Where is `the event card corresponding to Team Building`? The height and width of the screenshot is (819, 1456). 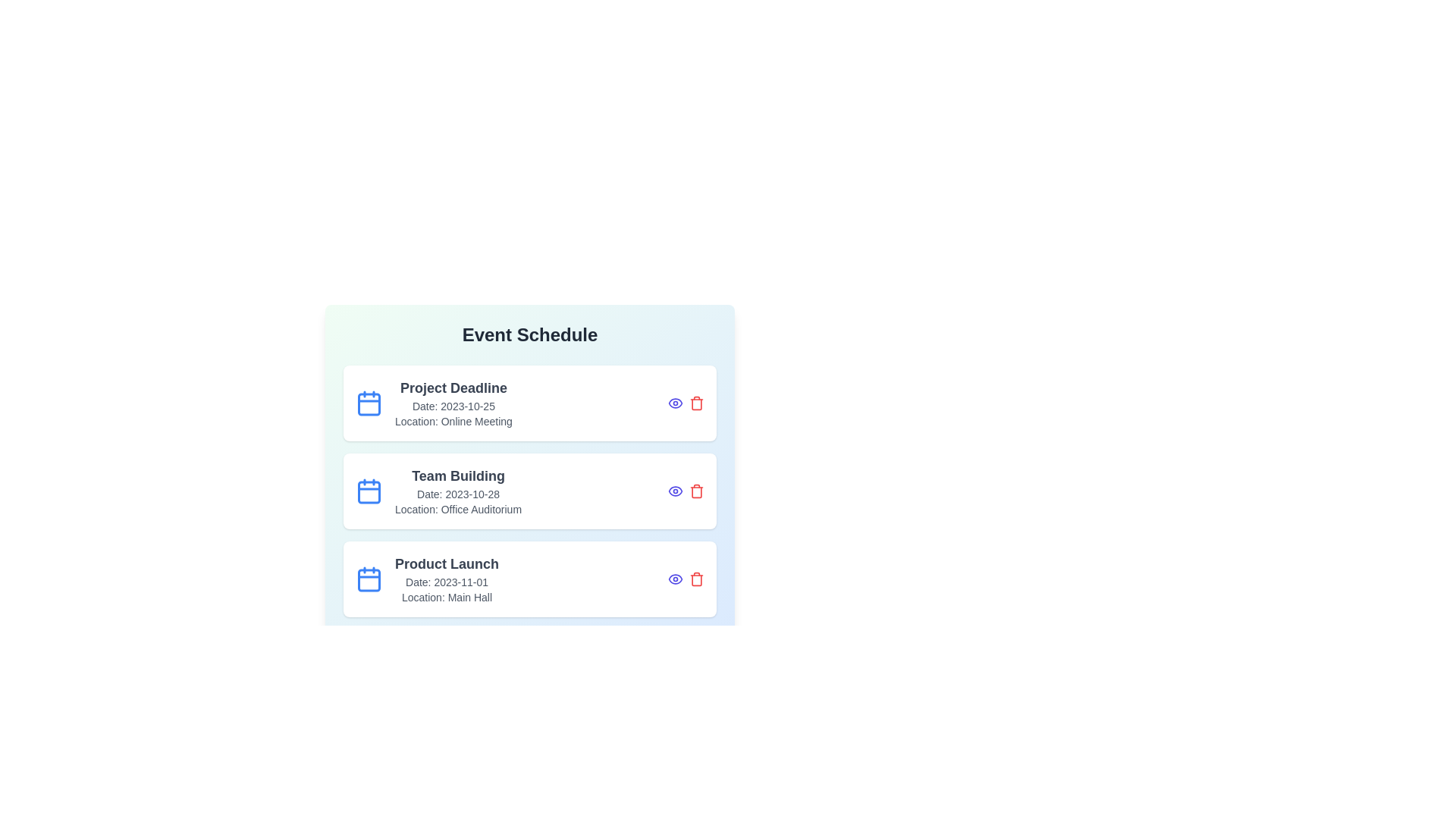 the event card corresponding to Team Building is located at coordinates (530, 491).